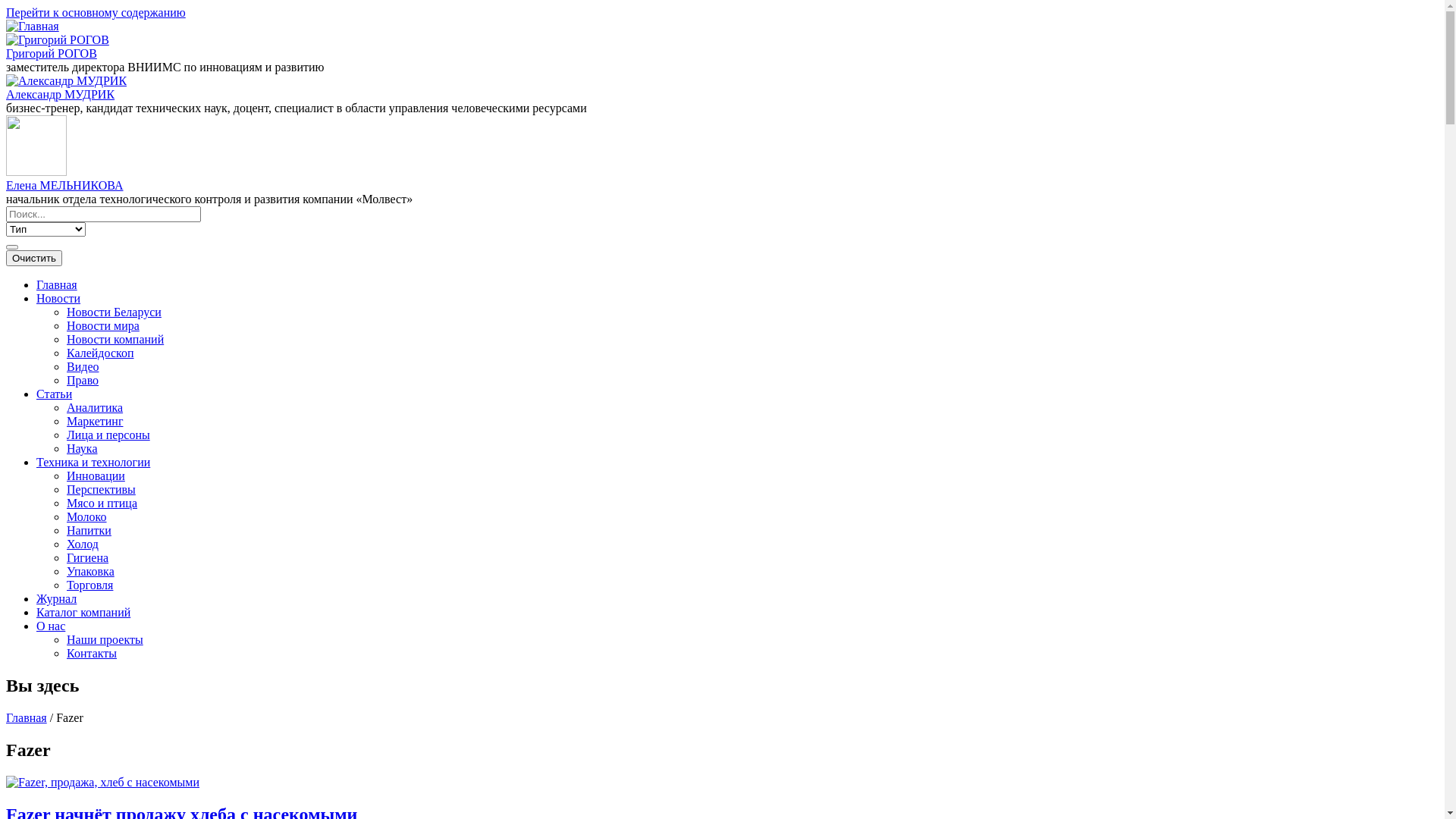 This screenshot has height=819, width=1456. I want to click on '<i class="fa fa-search"></i>', so click(6, 246).